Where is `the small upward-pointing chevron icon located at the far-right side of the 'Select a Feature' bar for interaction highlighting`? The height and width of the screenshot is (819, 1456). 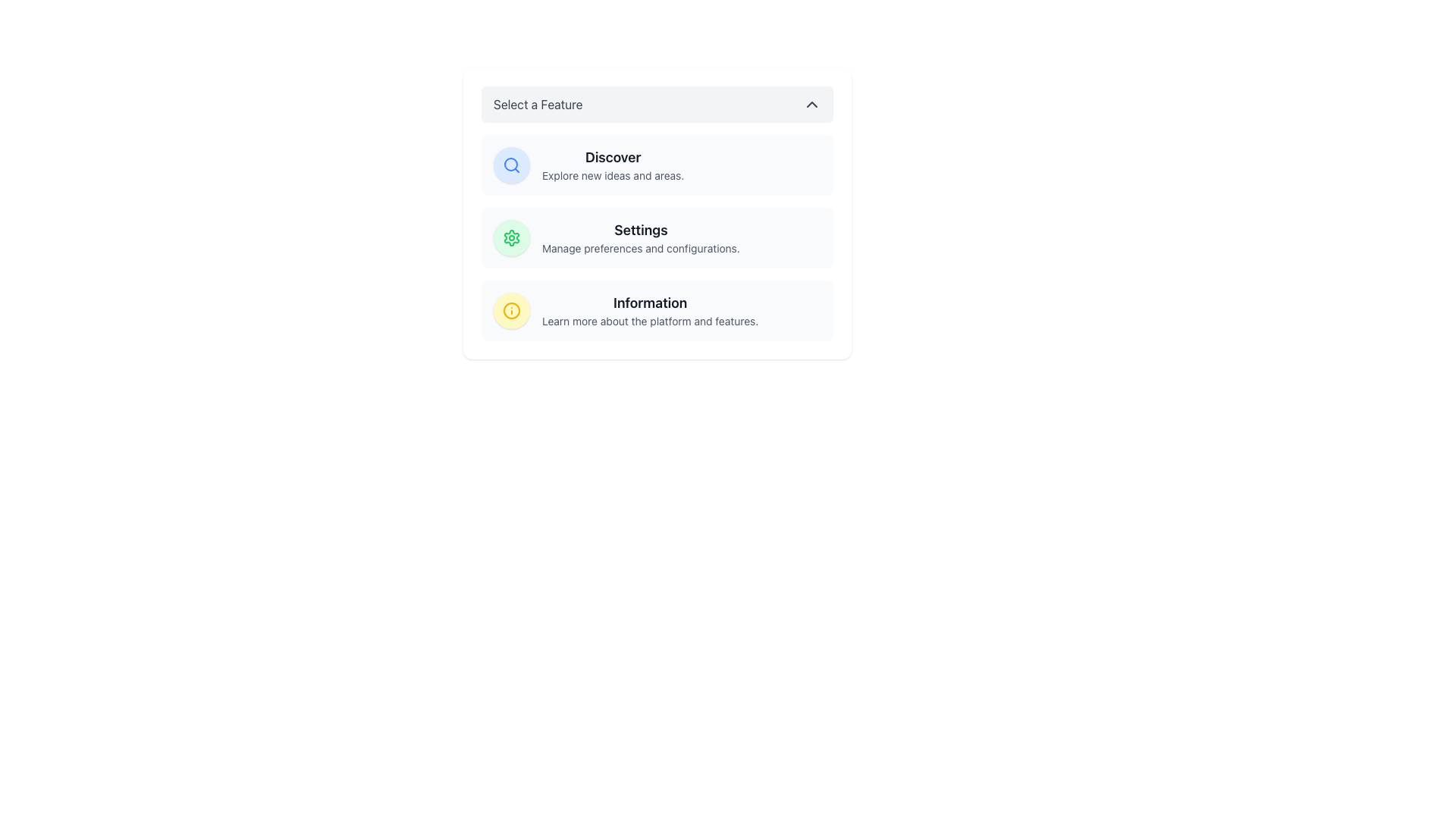
the small upward-pointing chevron icon located at the far-right side of the 'Select a Feature' bar for interaction highlighting is located at coordinates (811, 104).